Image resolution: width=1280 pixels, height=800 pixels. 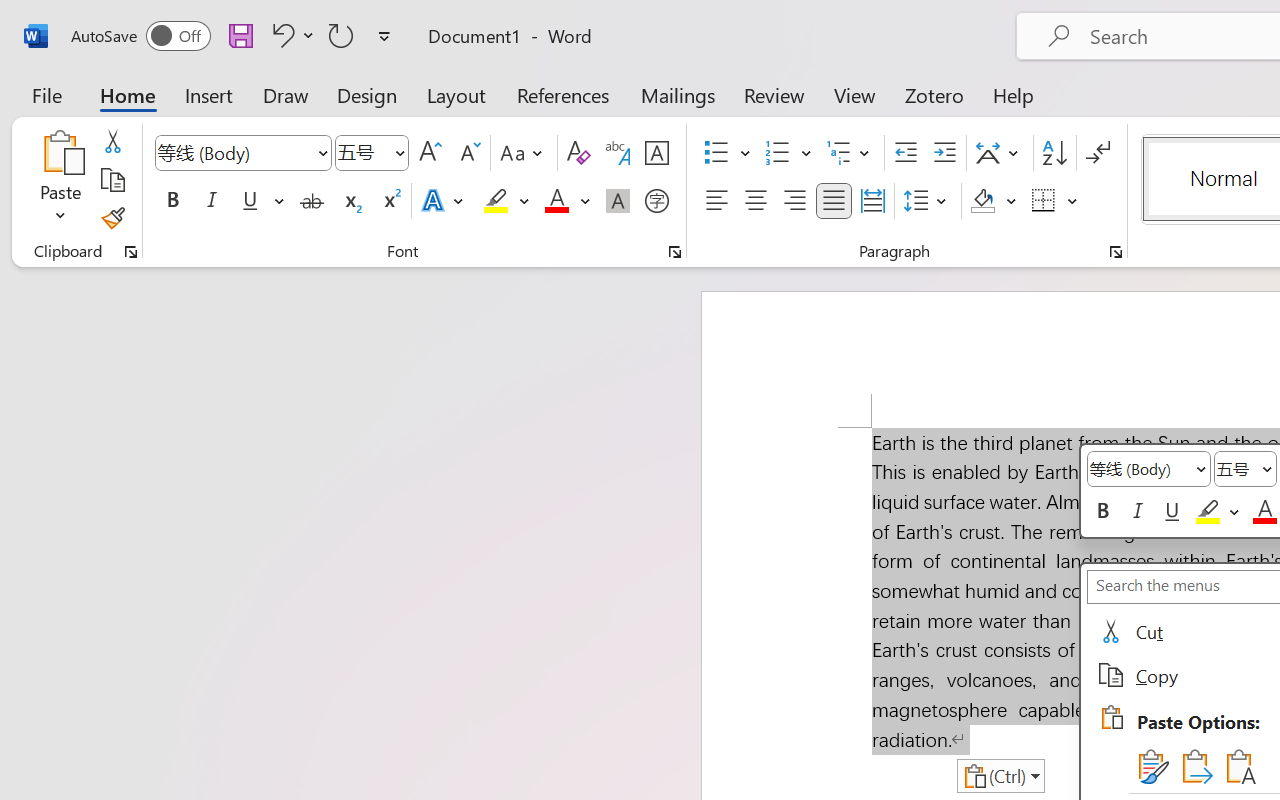 What do you see at coordinates (1194, 766) in the screenshot?
I see `'Merge Formatting'` at bounding box center [1194, 766].